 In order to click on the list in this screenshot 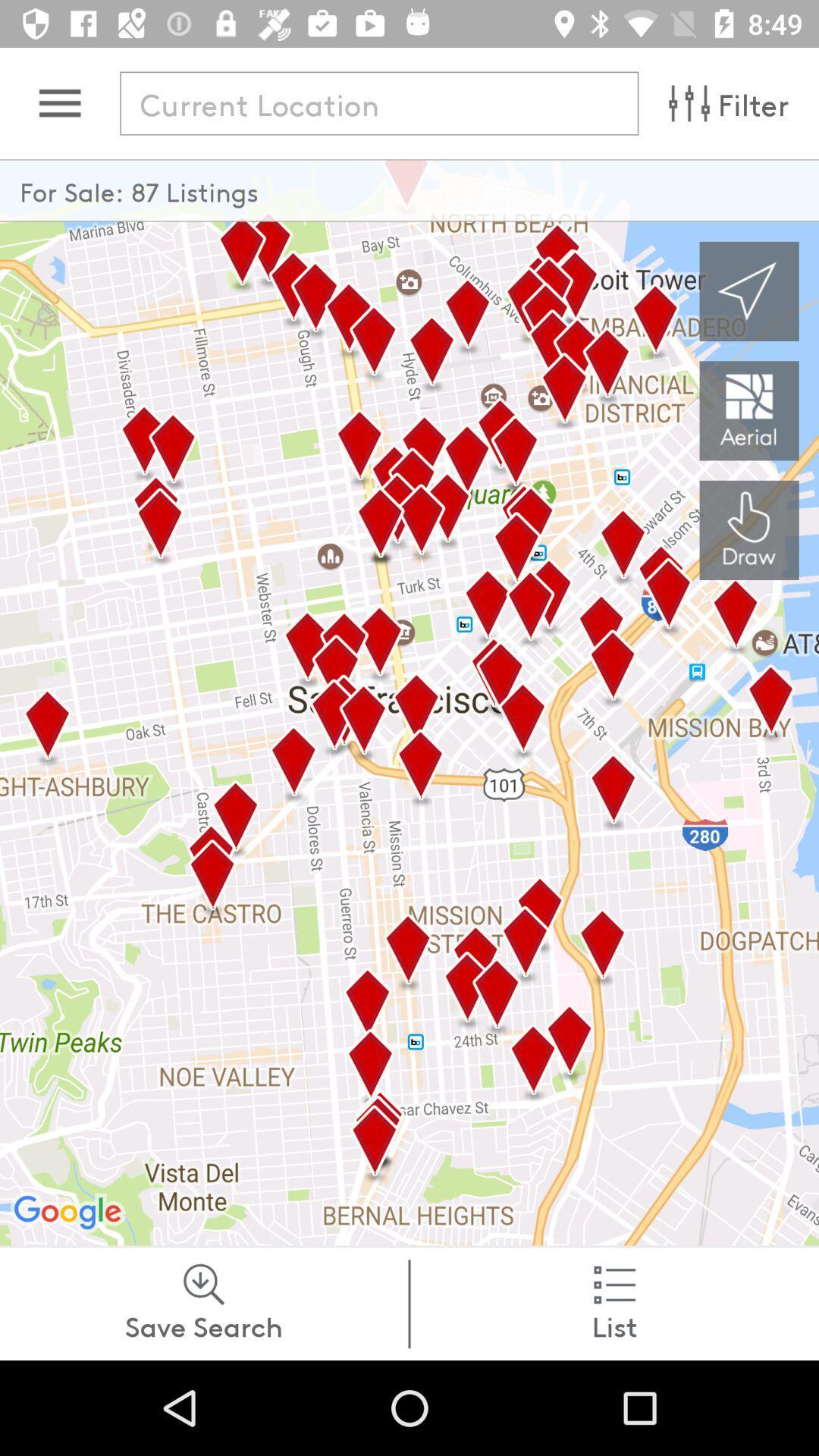, I will do `click(614, 1303)`.